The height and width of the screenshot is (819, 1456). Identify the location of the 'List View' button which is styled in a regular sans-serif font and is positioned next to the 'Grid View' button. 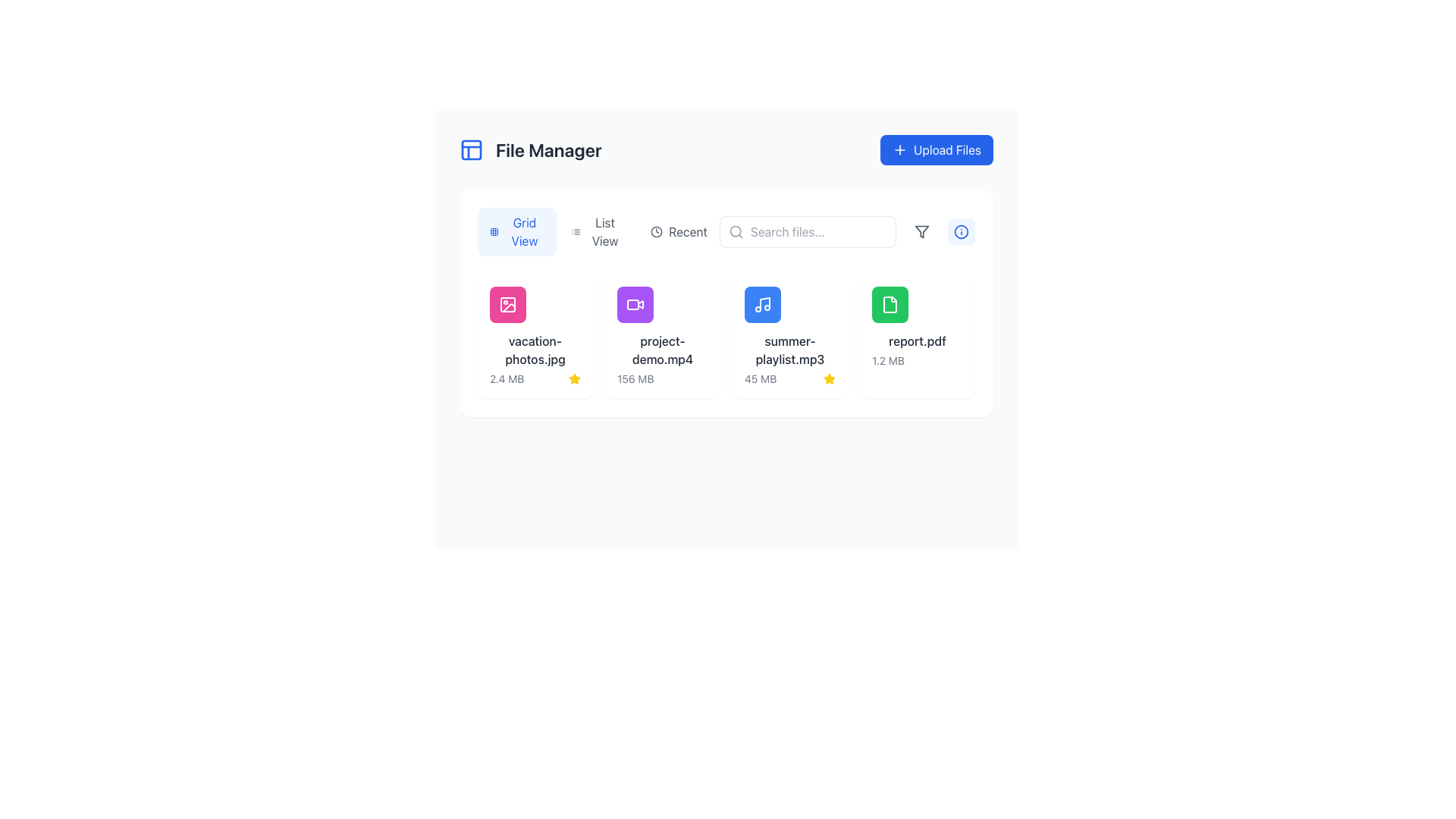
(604, 231).